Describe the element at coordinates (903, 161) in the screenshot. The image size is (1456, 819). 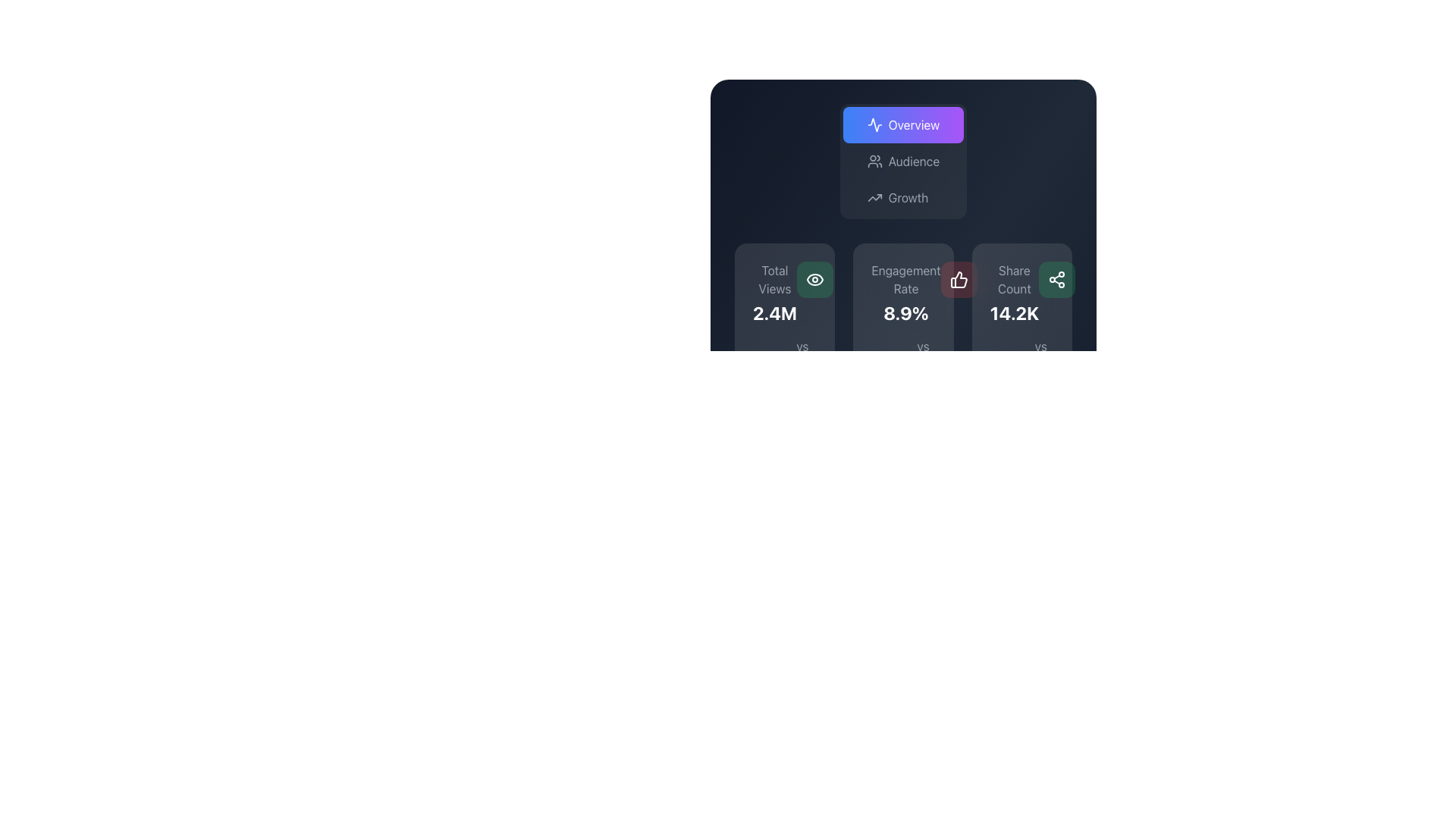
I see `the 'Audience' button, which is the second button in a vertical stack of three buttons labeled 'Overview', 'Audience', and 'Growth'` at that location.